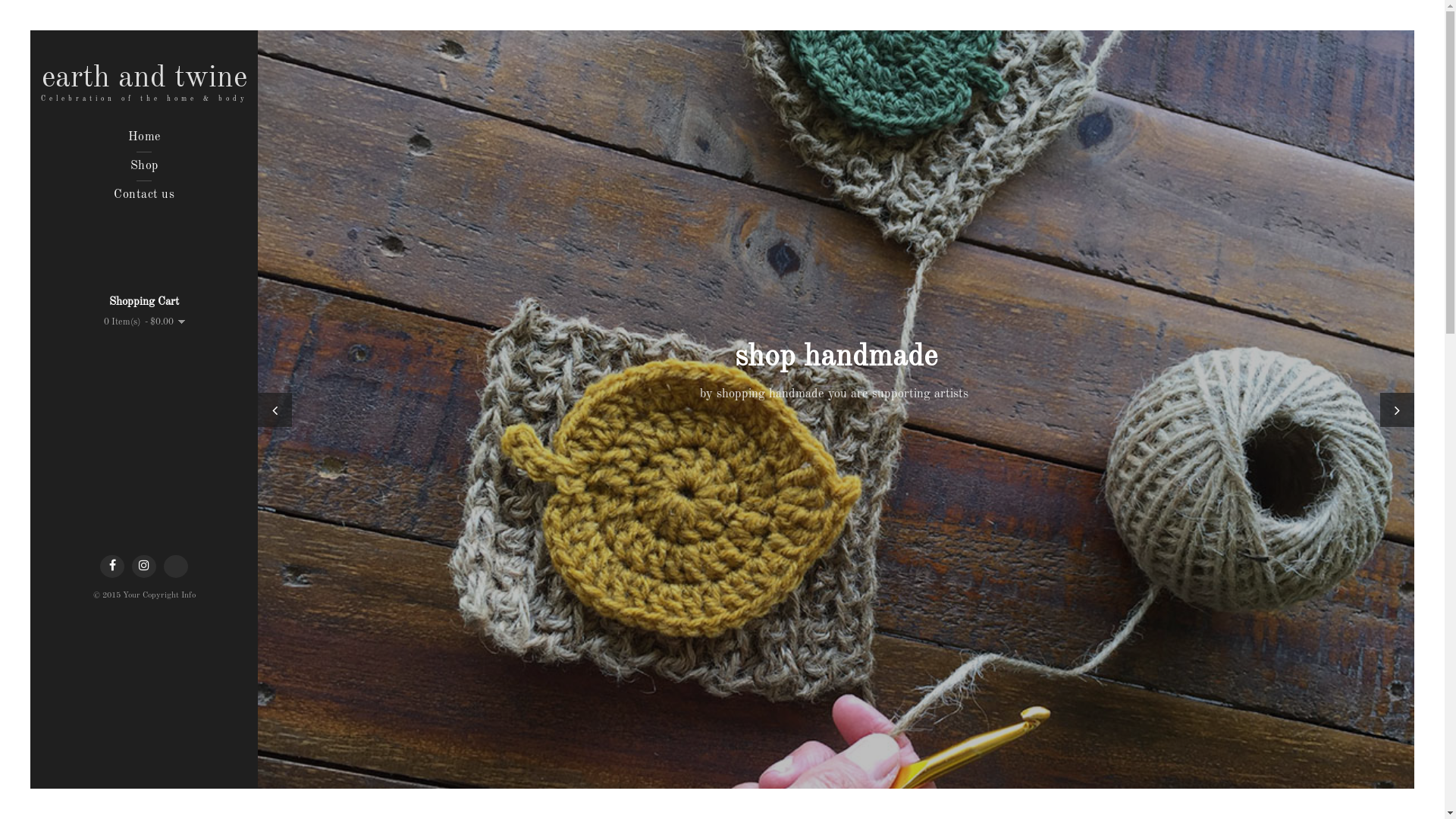 The image size is (1456, 819). What do you see at coordinates (144, 79) in the screenshot?
I see `'earth and twine'` at bounding box center [144, 79].